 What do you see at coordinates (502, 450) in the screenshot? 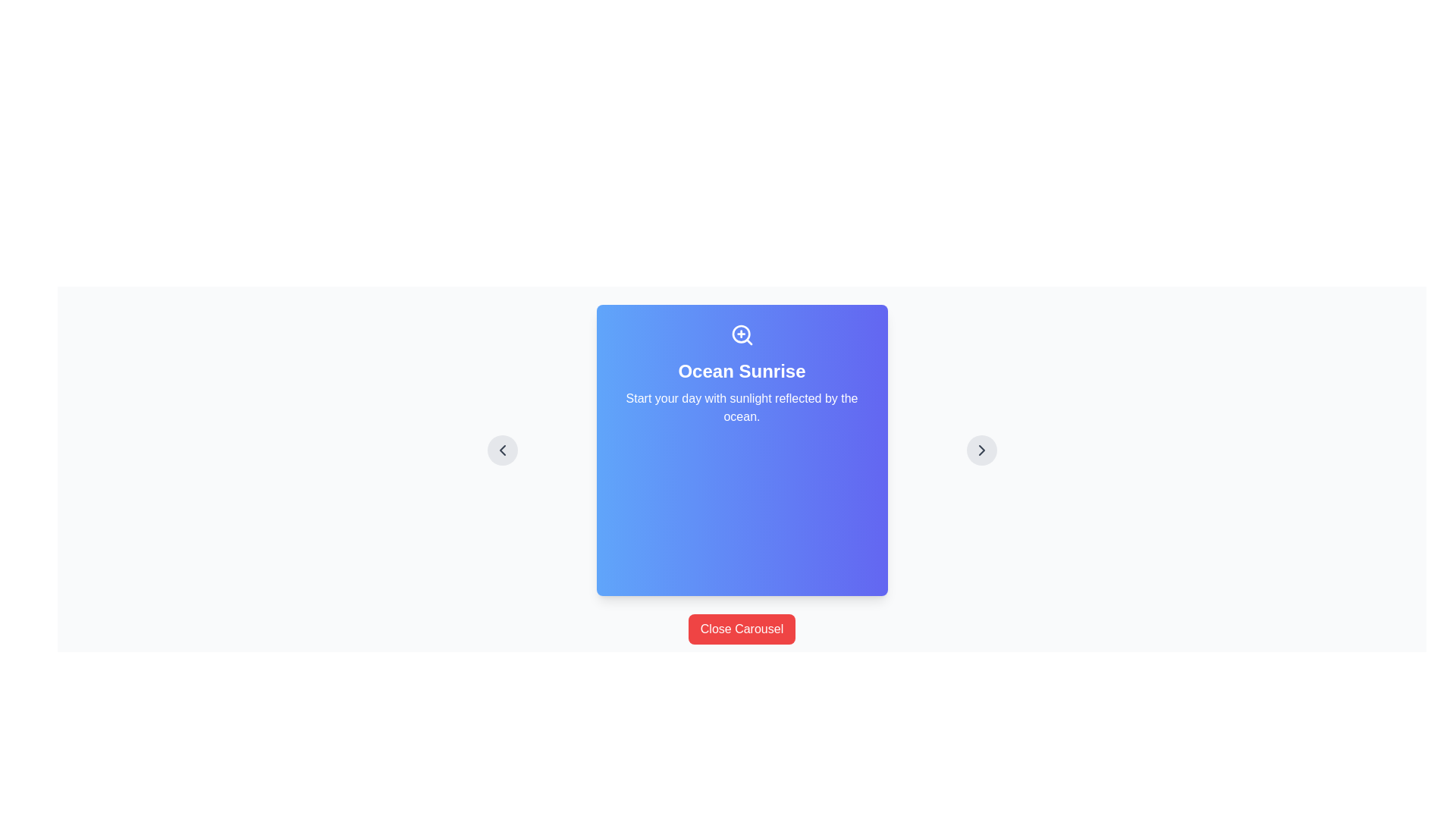
I see `the circular button with a light gray background and a left-pointing chevron icon located to the left of the 'Ocean Sunrise' content panel` at bounding box center [502, 450].